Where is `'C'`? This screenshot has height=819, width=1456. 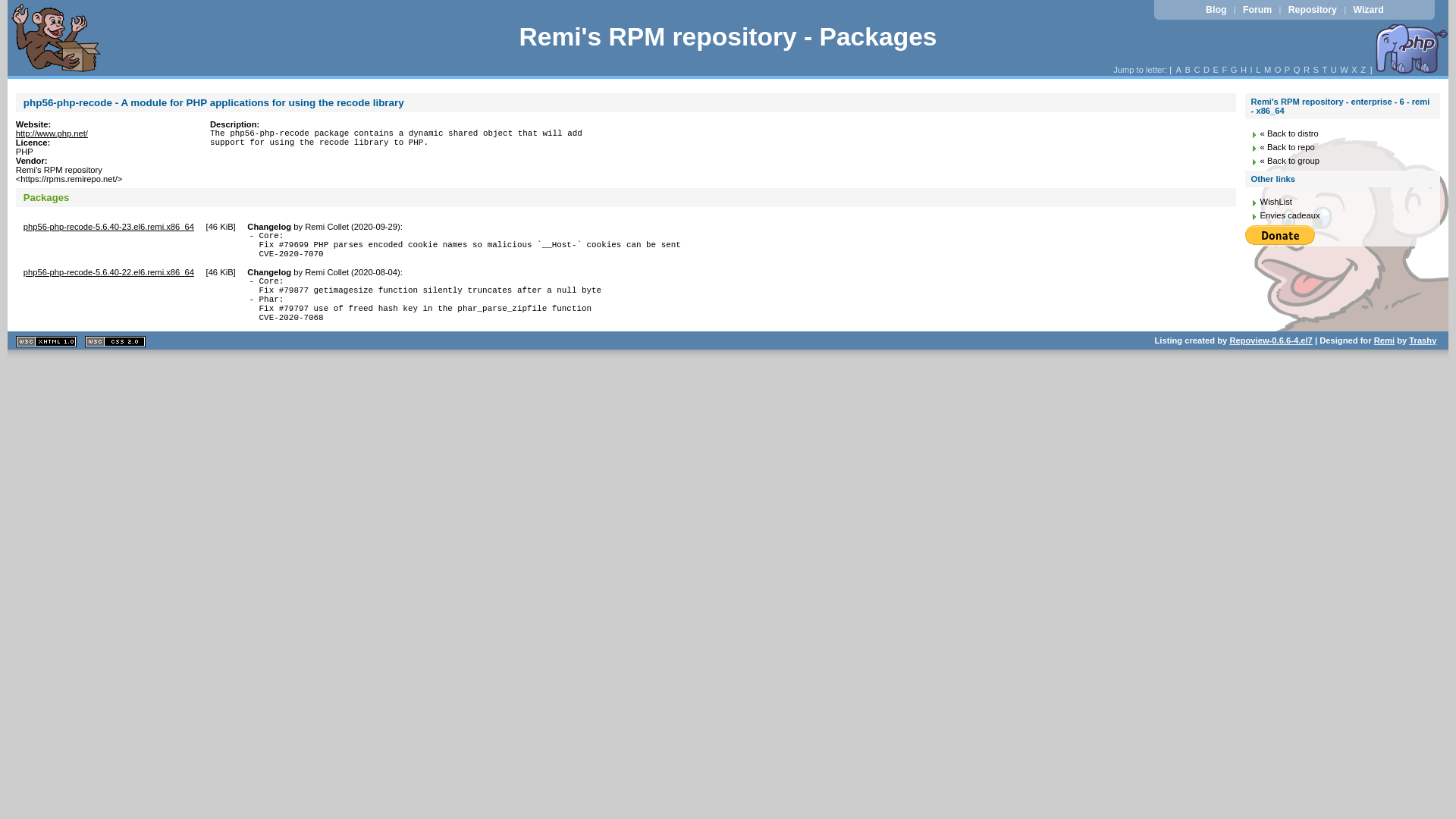 'C' is located at coordinates (1196, 70).